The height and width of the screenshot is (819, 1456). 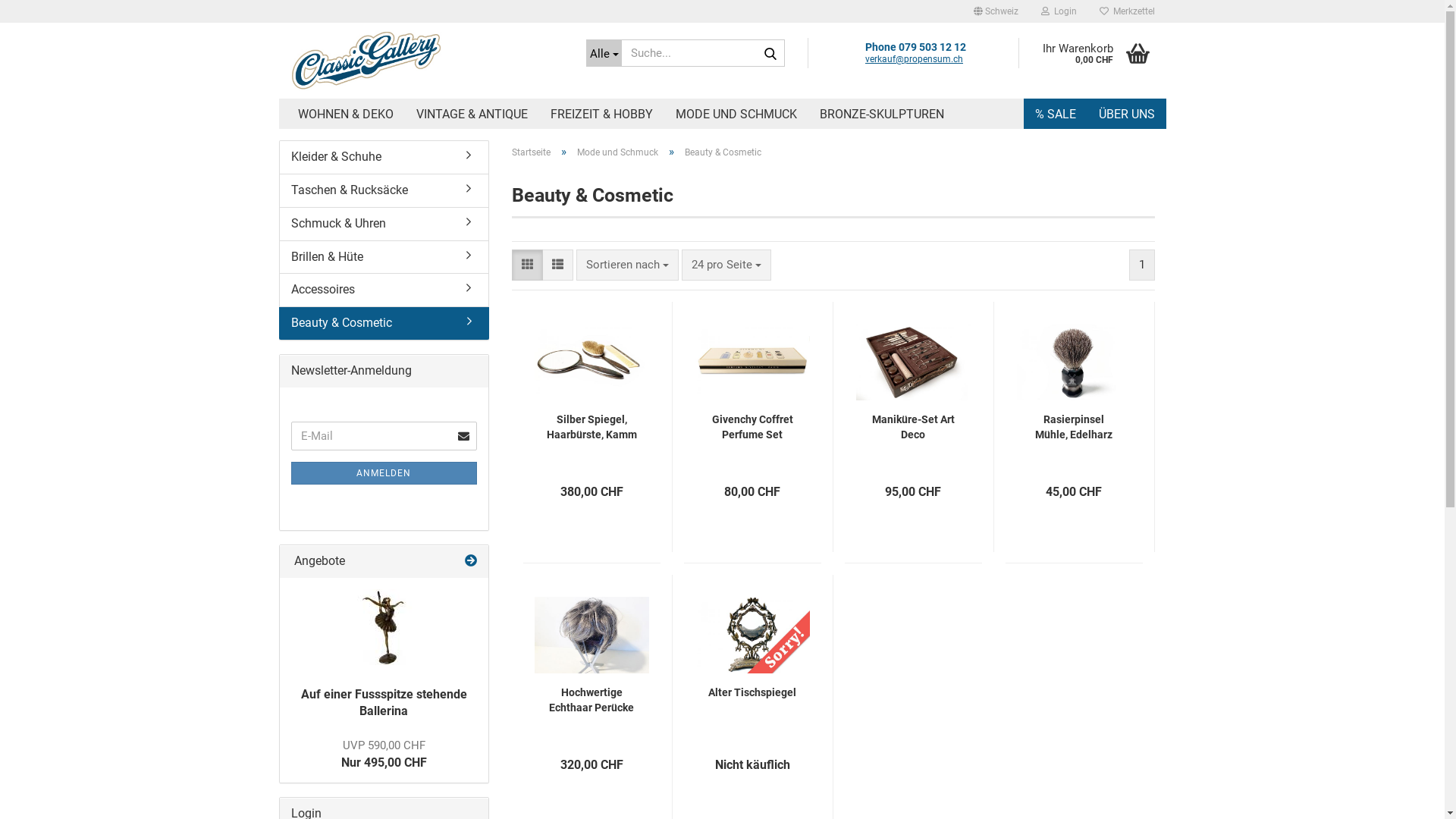 I want to click on 'Beauty & Cosmetic', so click(x=384, y=322).